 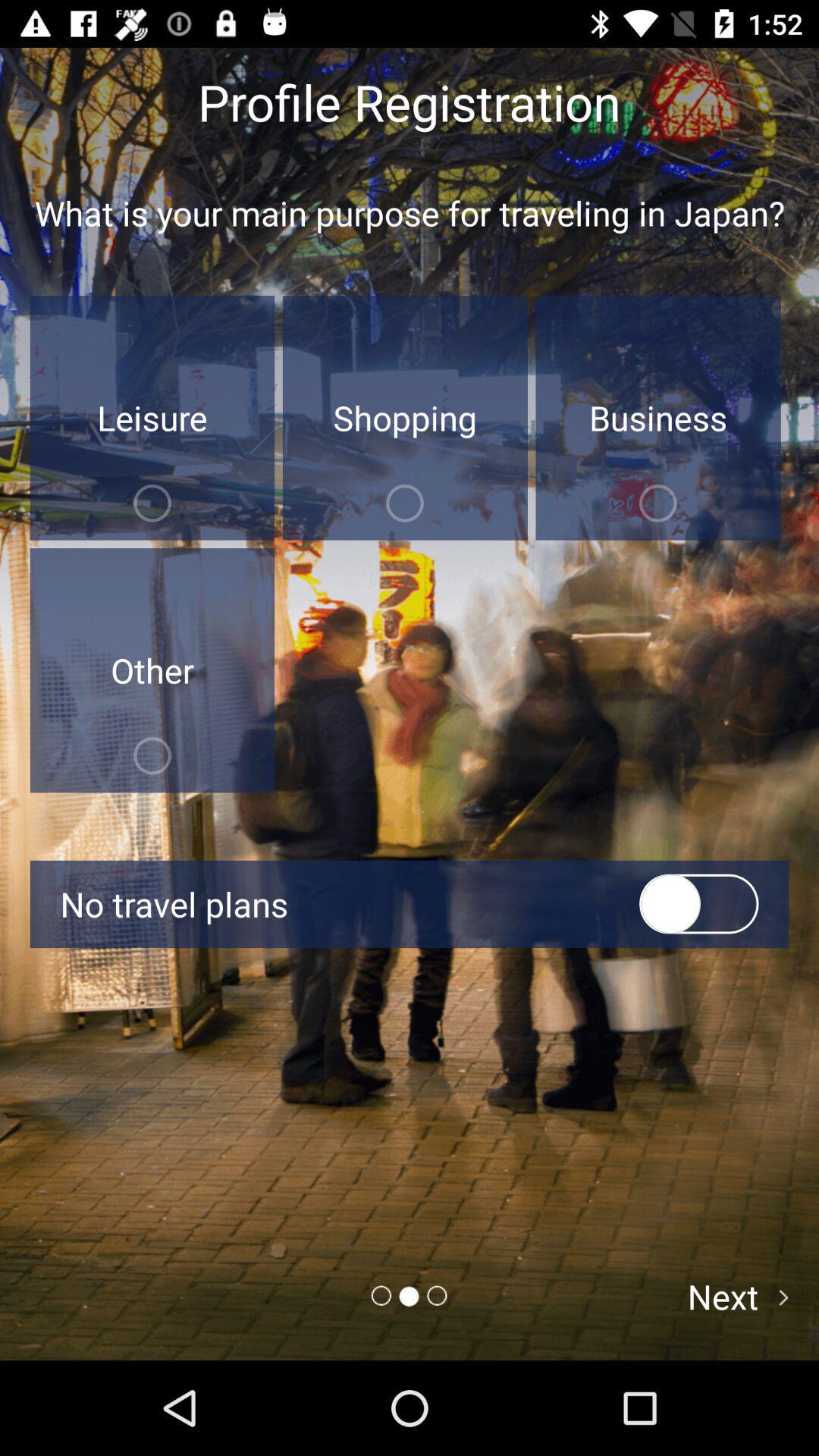 What do you see at coordinates (698, 904) in the screenshot?
I see `turn off or on` at bounding box center [698, 904].